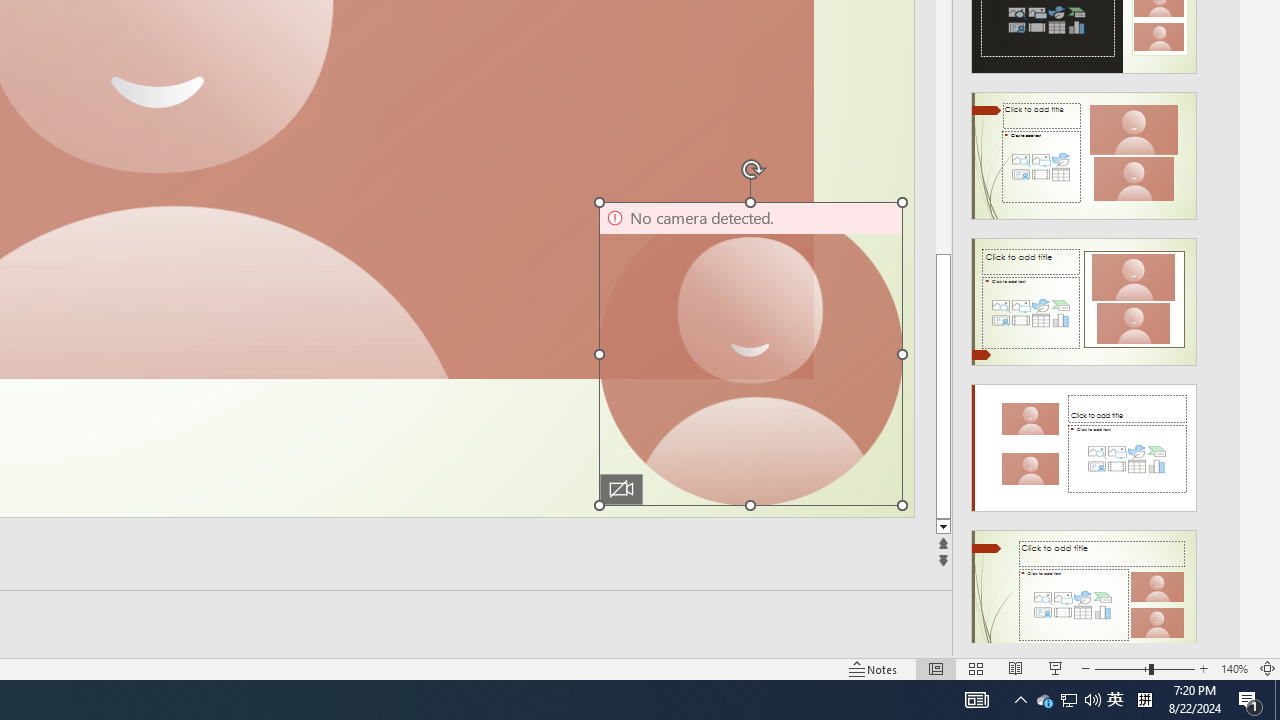 This screenshot has width=1280, height=720. What do you see at coordinates (749, 352) in the screenshot?
I see `'Camera 4, No camera detected.'` at bounding box center [749, 352].